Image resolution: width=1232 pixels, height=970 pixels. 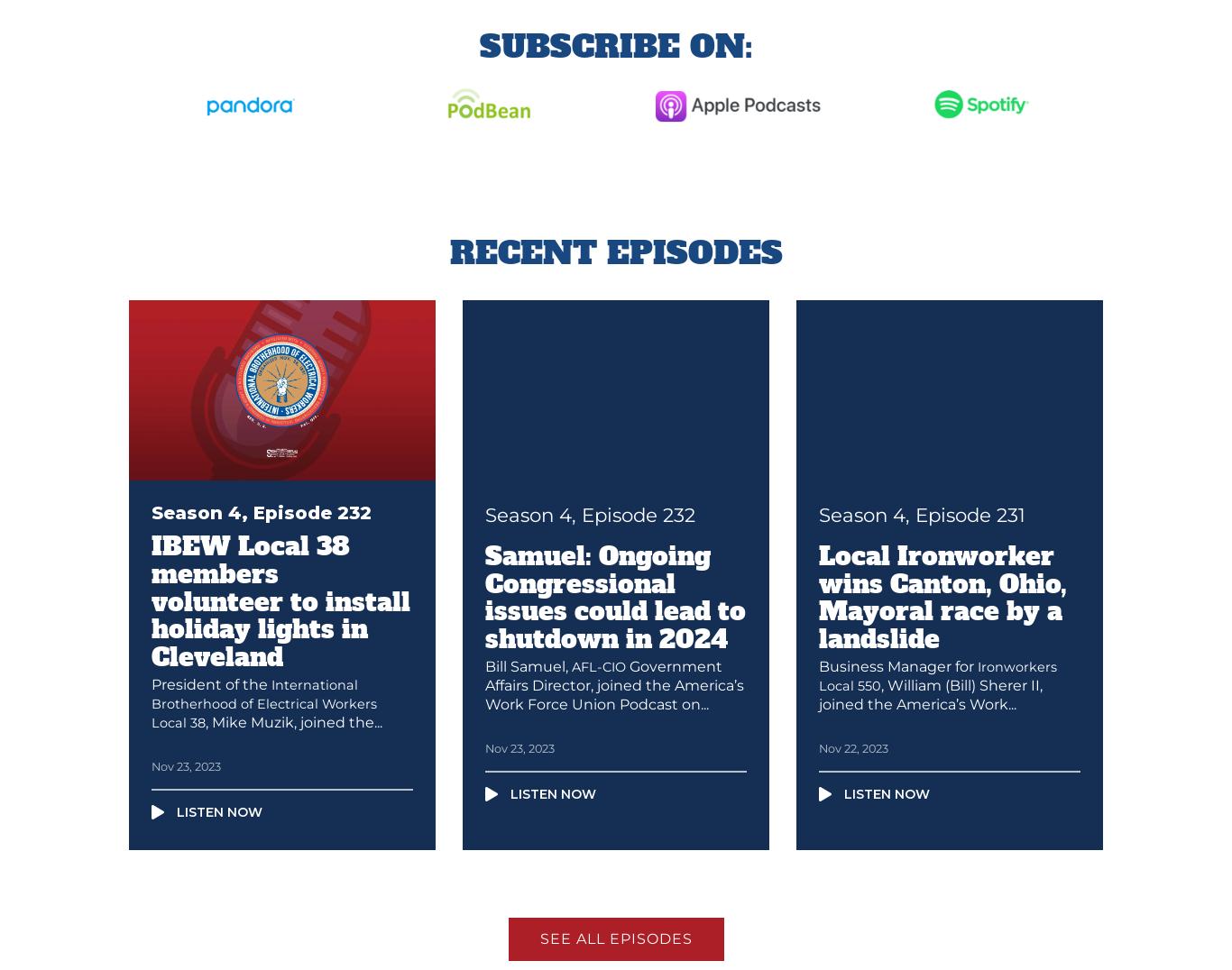 I want to click on 'Ironworkers Local 550', so click(x=936, y=674).